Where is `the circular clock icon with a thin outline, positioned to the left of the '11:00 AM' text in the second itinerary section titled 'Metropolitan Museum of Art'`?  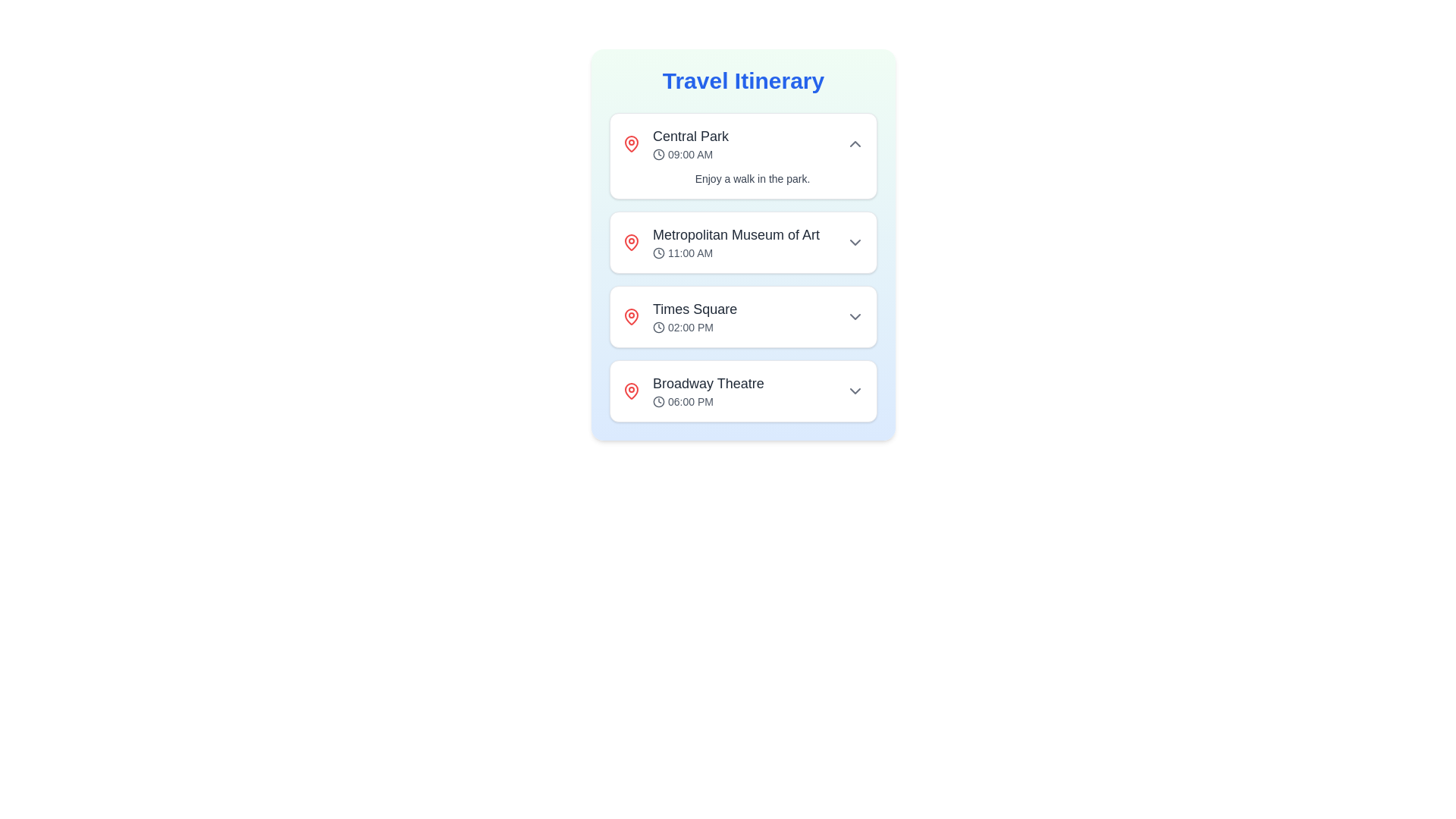
the circular clock icon with a thin outline, positioned to the left of the '11:00 AM' text in the second itinerary section titled 'Metropolitan Museum of Art' is located at coordinates (658, 253).